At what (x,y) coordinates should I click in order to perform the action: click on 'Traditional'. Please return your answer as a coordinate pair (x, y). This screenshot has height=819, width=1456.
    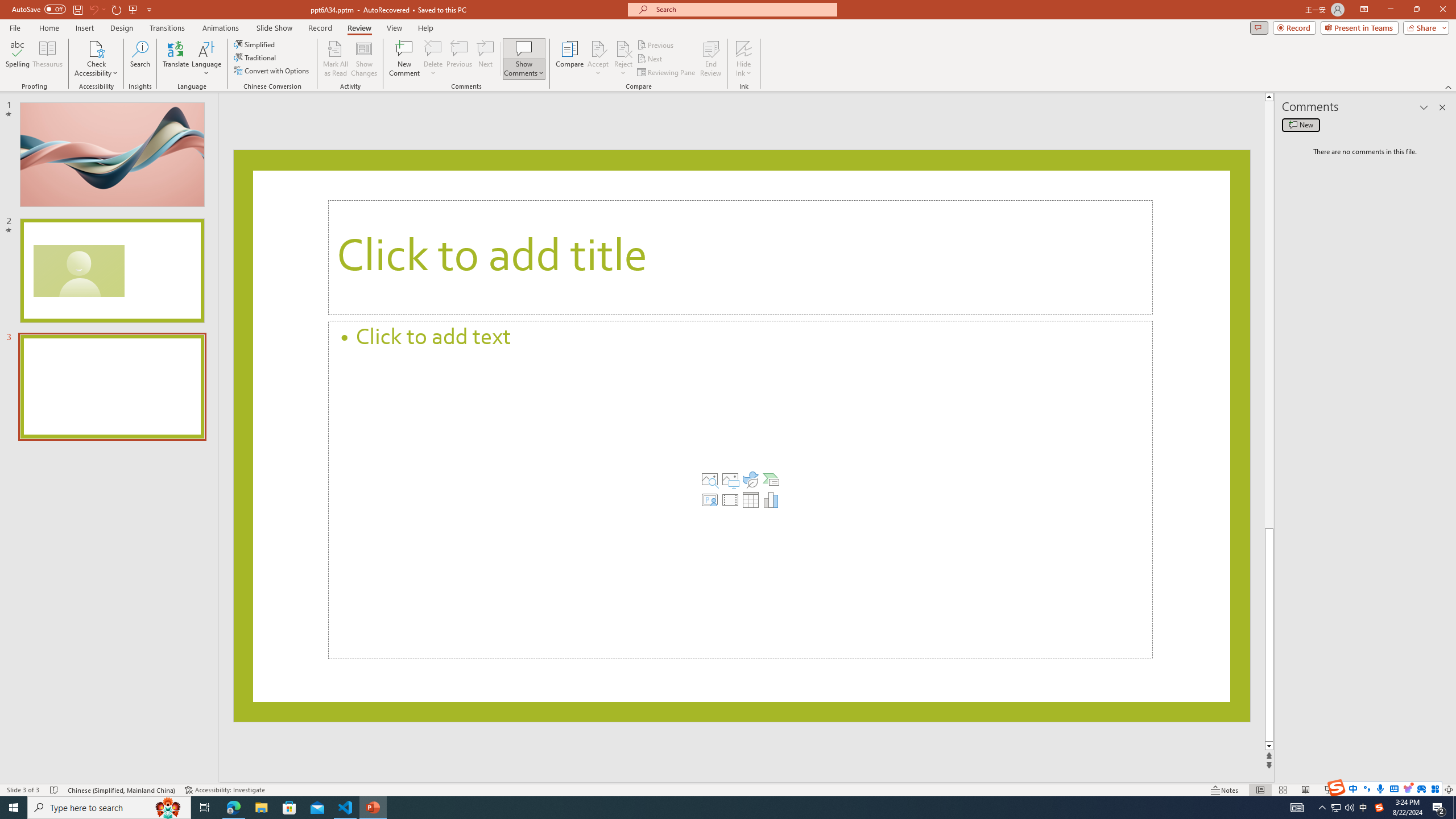
    Looking at the image, I should click on (255, 56).